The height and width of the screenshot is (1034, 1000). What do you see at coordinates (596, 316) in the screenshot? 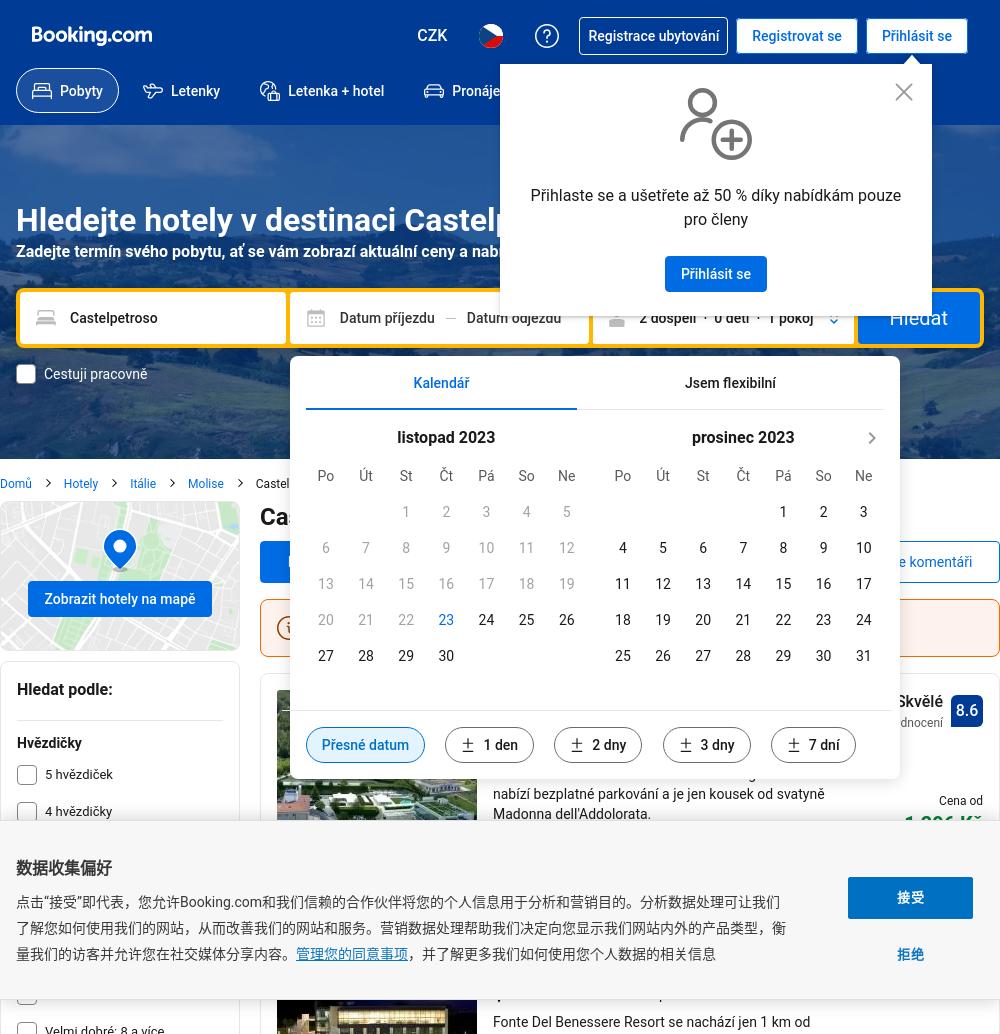
I see `'Den odjezdu'` at bounding box center [596, 316].